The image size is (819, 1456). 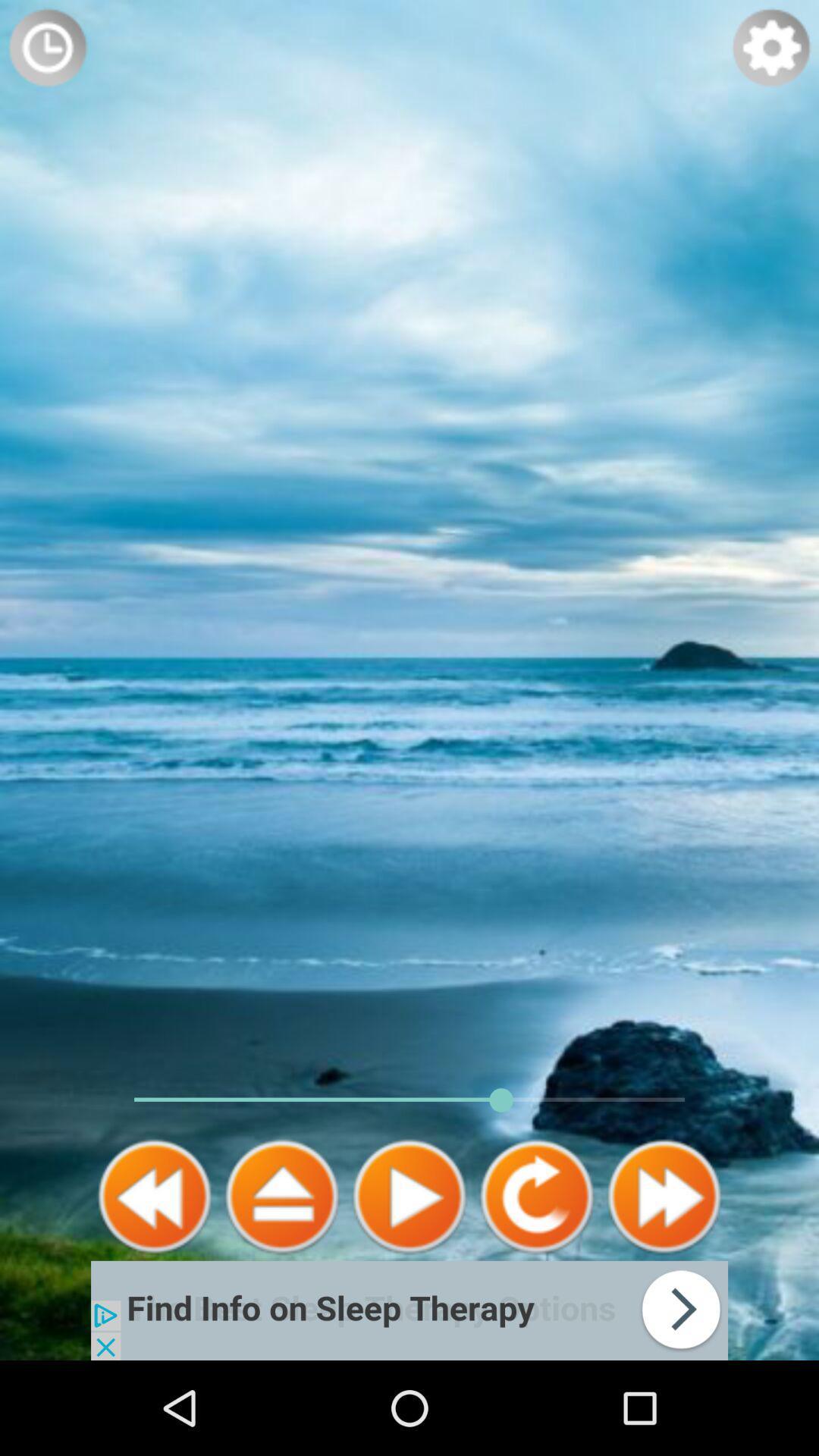 What do you see at coordinates (409, 1310) in the screenshot?
I see `link to advertisement` at bounding box center [409, 1310].